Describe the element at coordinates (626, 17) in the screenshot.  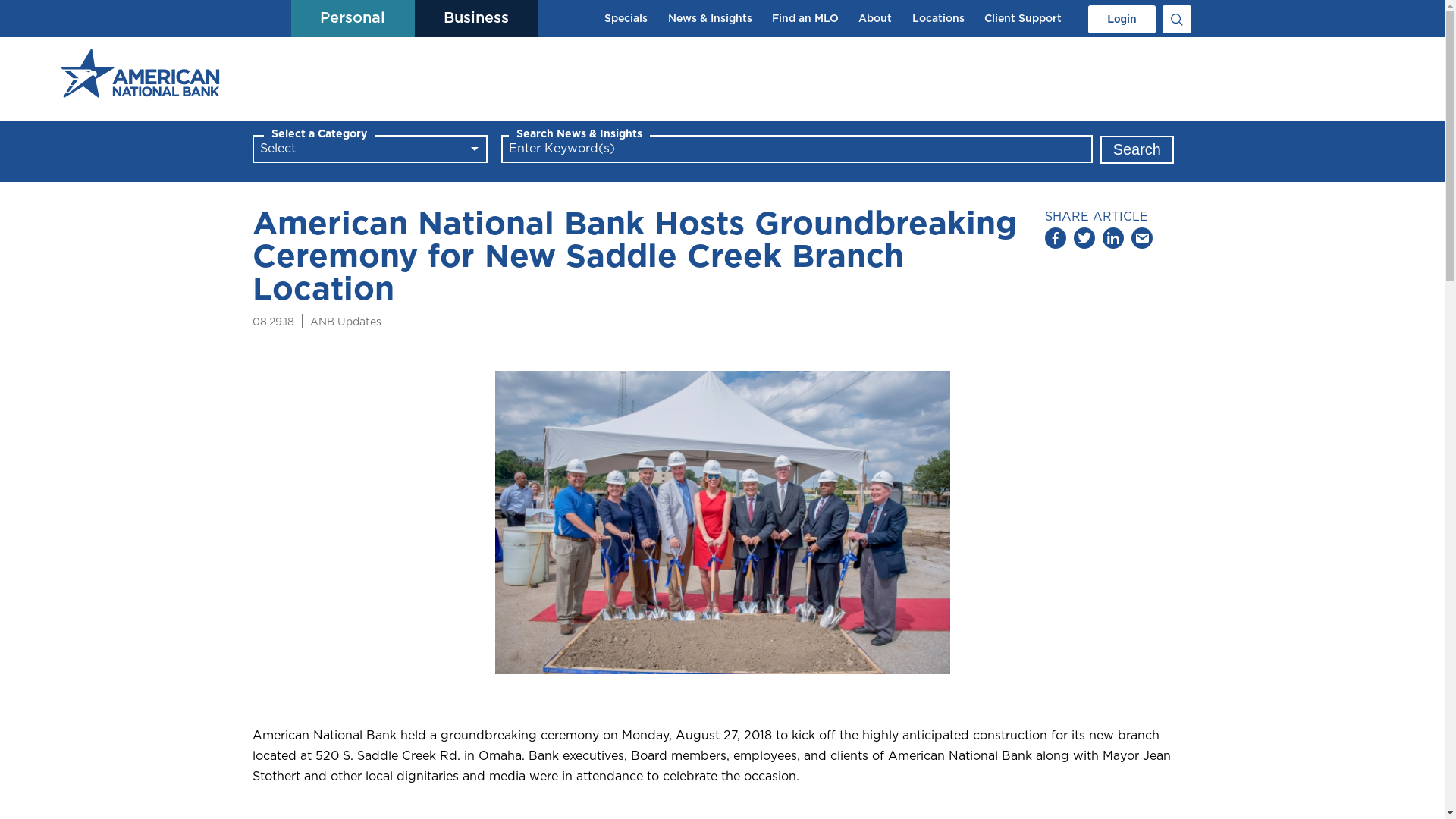
I see `'Specials'` at that location.